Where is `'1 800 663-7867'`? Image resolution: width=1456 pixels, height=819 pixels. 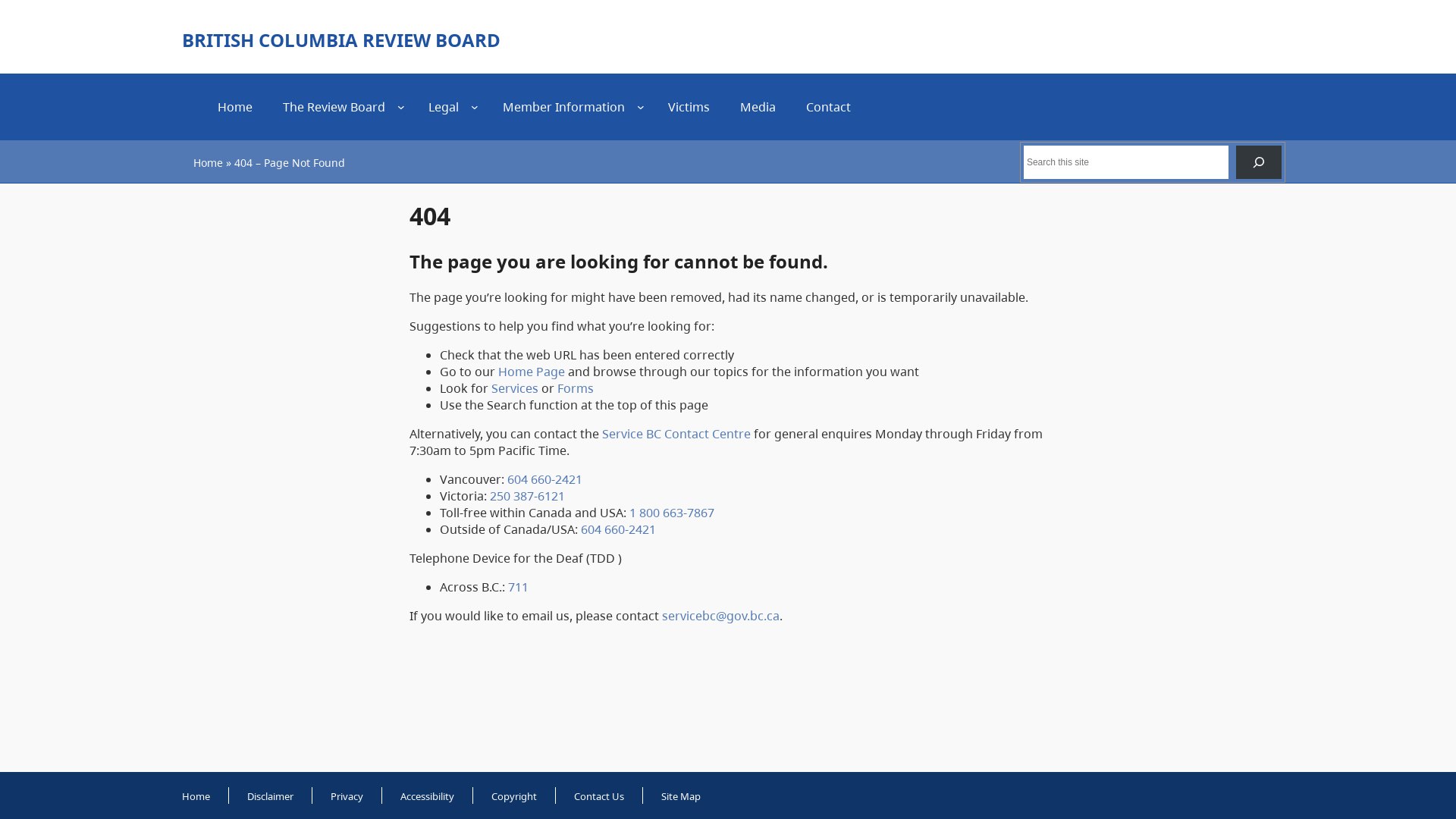
'1 800 663-7867' is located at coordinates (671, 512).